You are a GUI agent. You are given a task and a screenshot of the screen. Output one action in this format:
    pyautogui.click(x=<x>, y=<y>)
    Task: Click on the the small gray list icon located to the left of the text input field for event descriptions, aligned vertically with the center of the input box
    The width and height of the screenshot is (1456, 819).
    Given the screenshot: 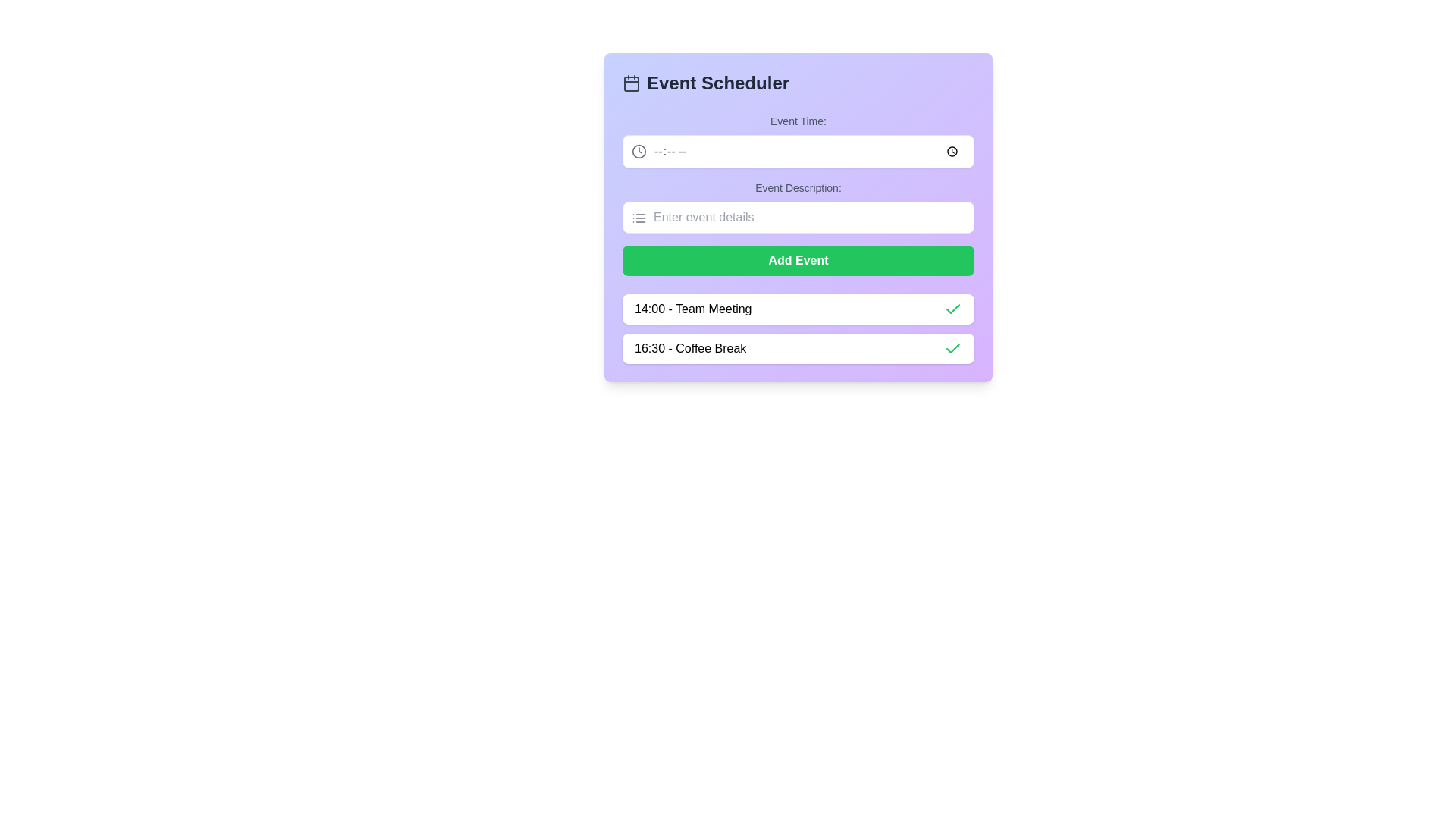 What is the action you would take?
    pyautogui.click(x=639, y=218)
    